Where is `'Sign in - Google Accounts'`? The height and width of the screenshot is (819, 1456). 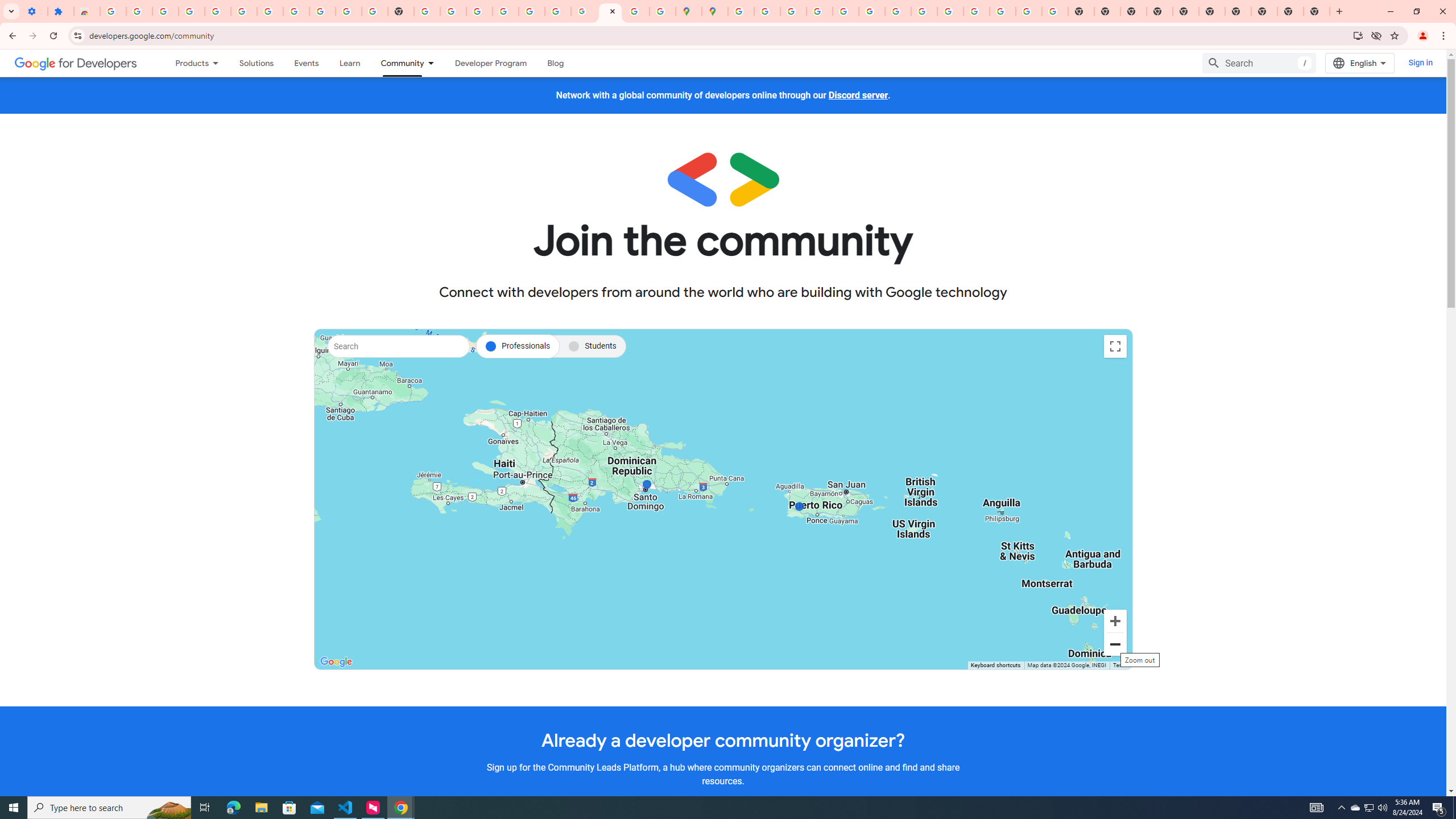 'Sign in - Google Accounts' is located at coordinates (112, 11).